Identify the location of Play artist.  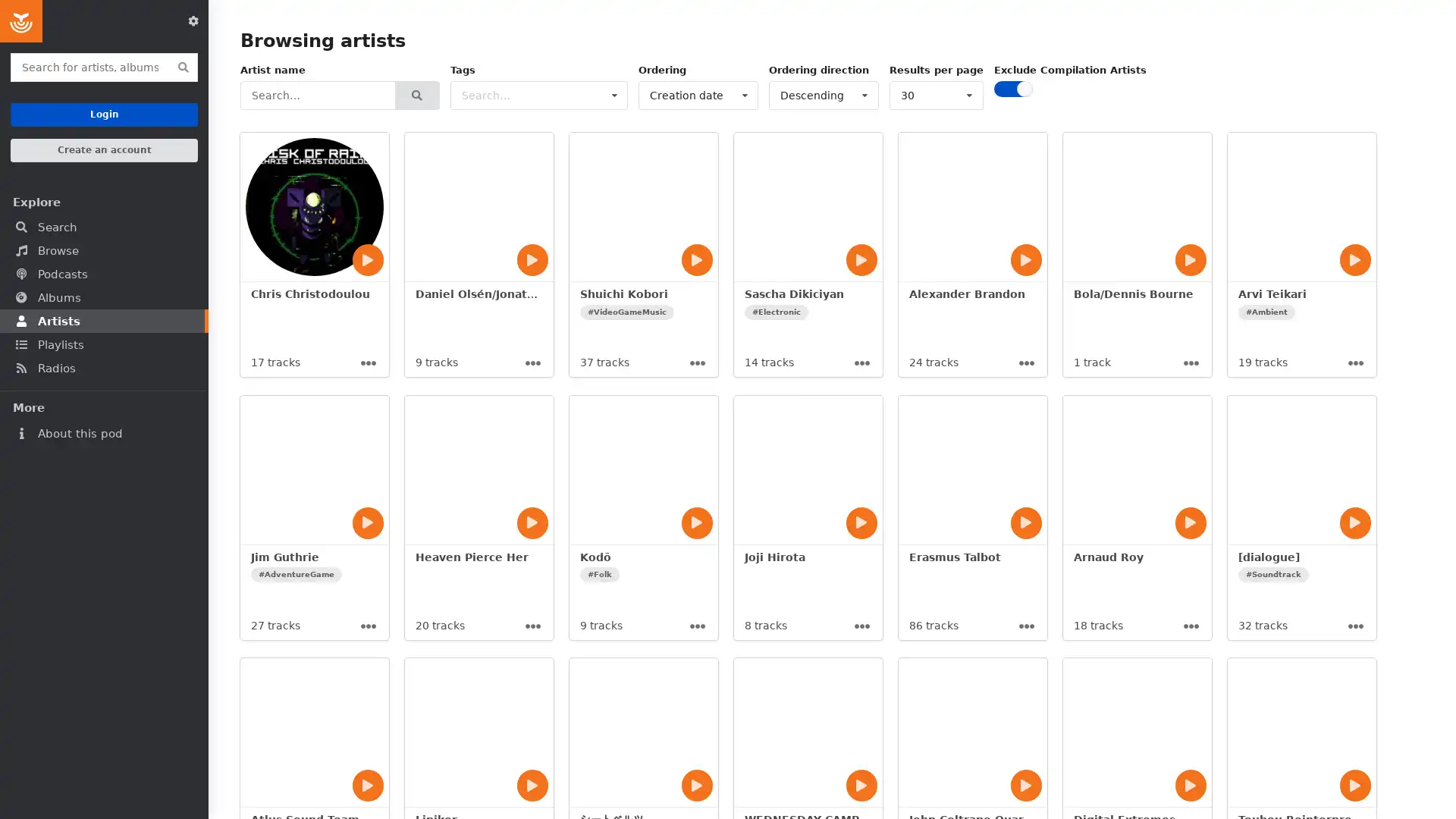
(1189, 785).